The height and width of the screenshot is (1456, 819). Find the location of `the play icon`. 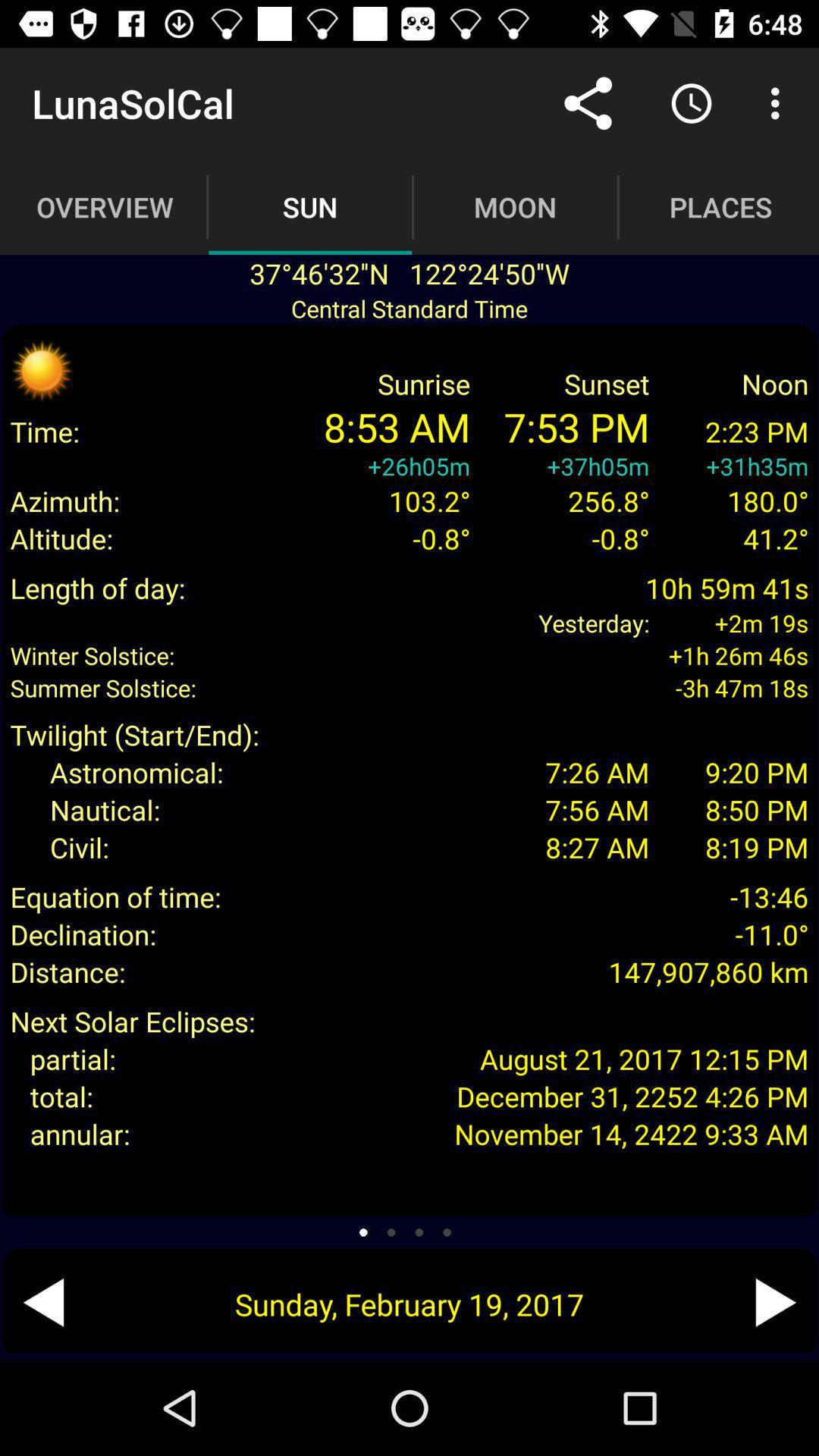

the play icon is located at coordinates (775, 1301).